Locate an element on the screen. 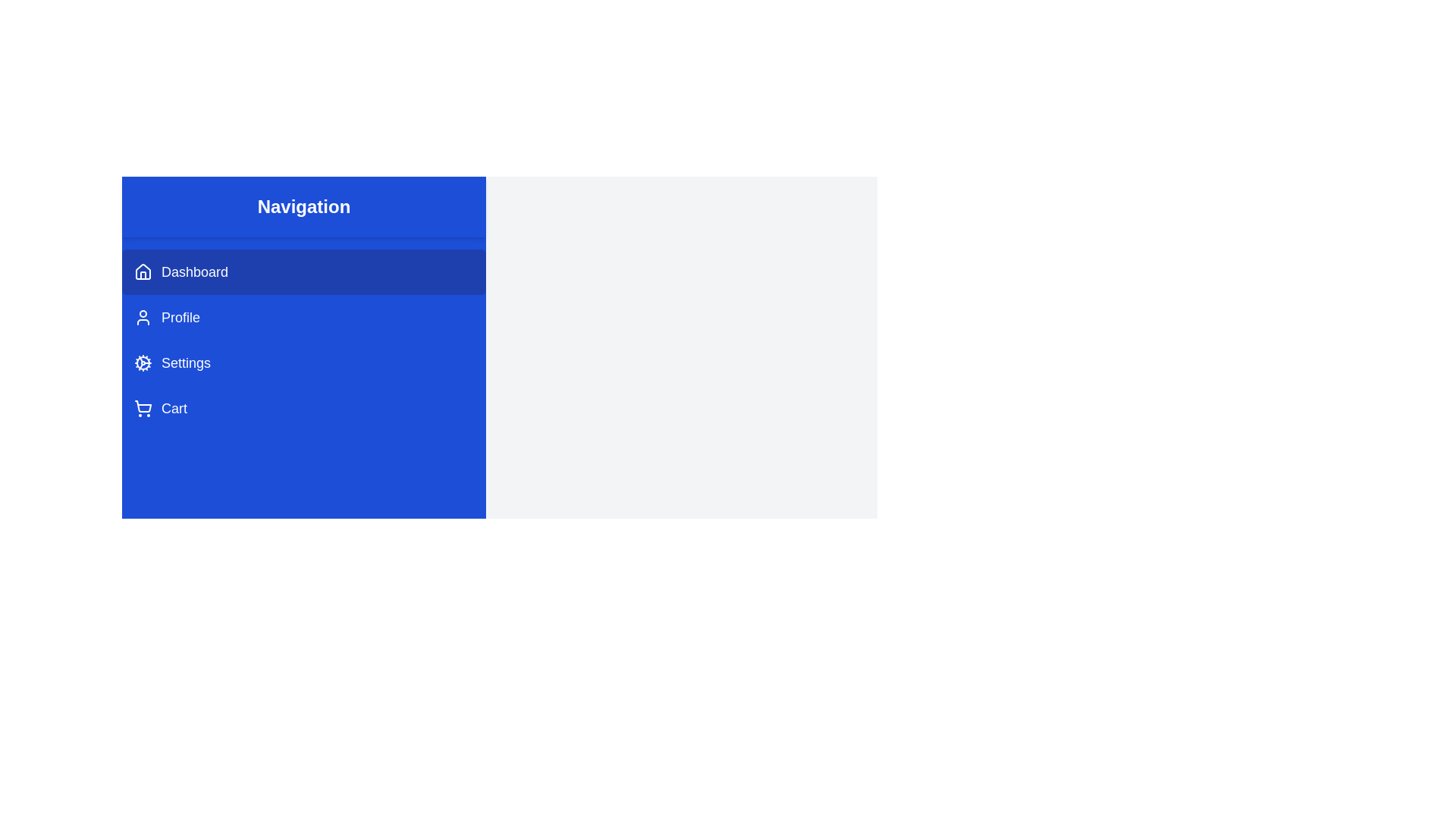 This screenshot has height=819, width=1456. the 'Settings' item in the vertical list menu using keyboard navigation is located at coordinates (303, 339).